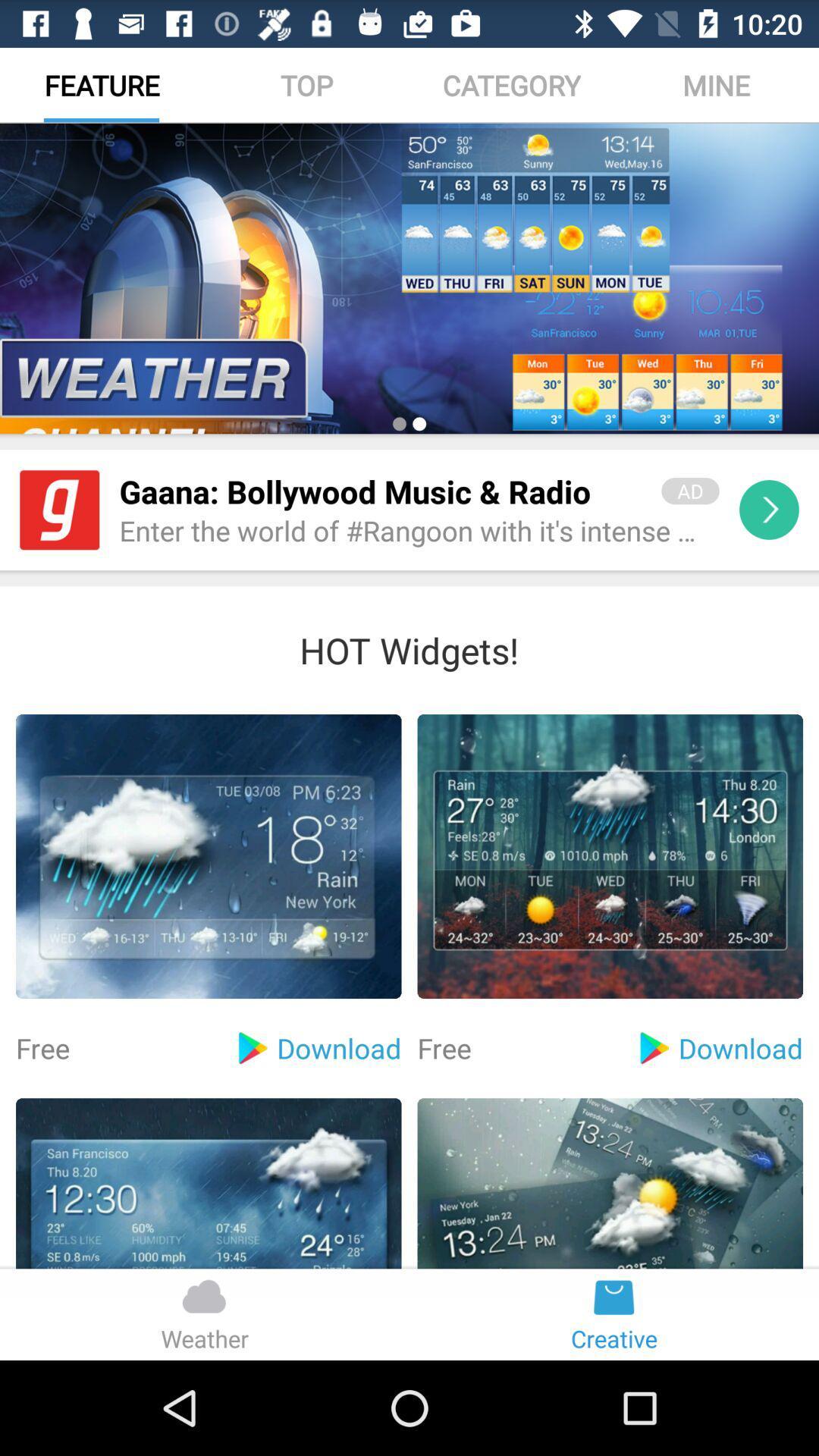 This screenshot has width=819, height=1456. What do you see at coordinates (379, 491) in the screenshot?
I see `the item above enter the world item` at bounding box center [379, 491].